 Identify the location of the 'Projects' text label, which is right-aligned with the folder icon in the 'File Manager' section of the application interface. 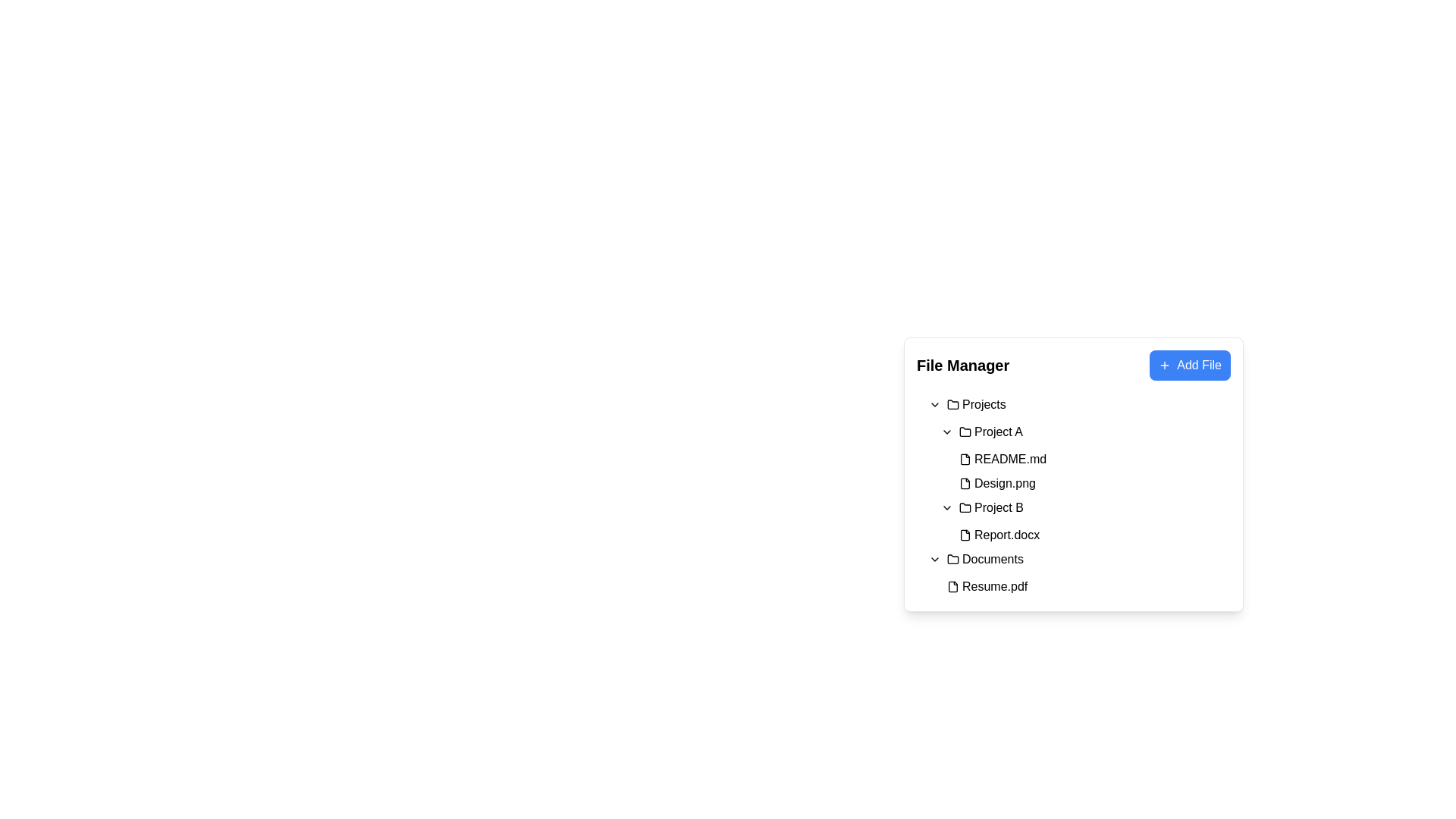
(976, 403).